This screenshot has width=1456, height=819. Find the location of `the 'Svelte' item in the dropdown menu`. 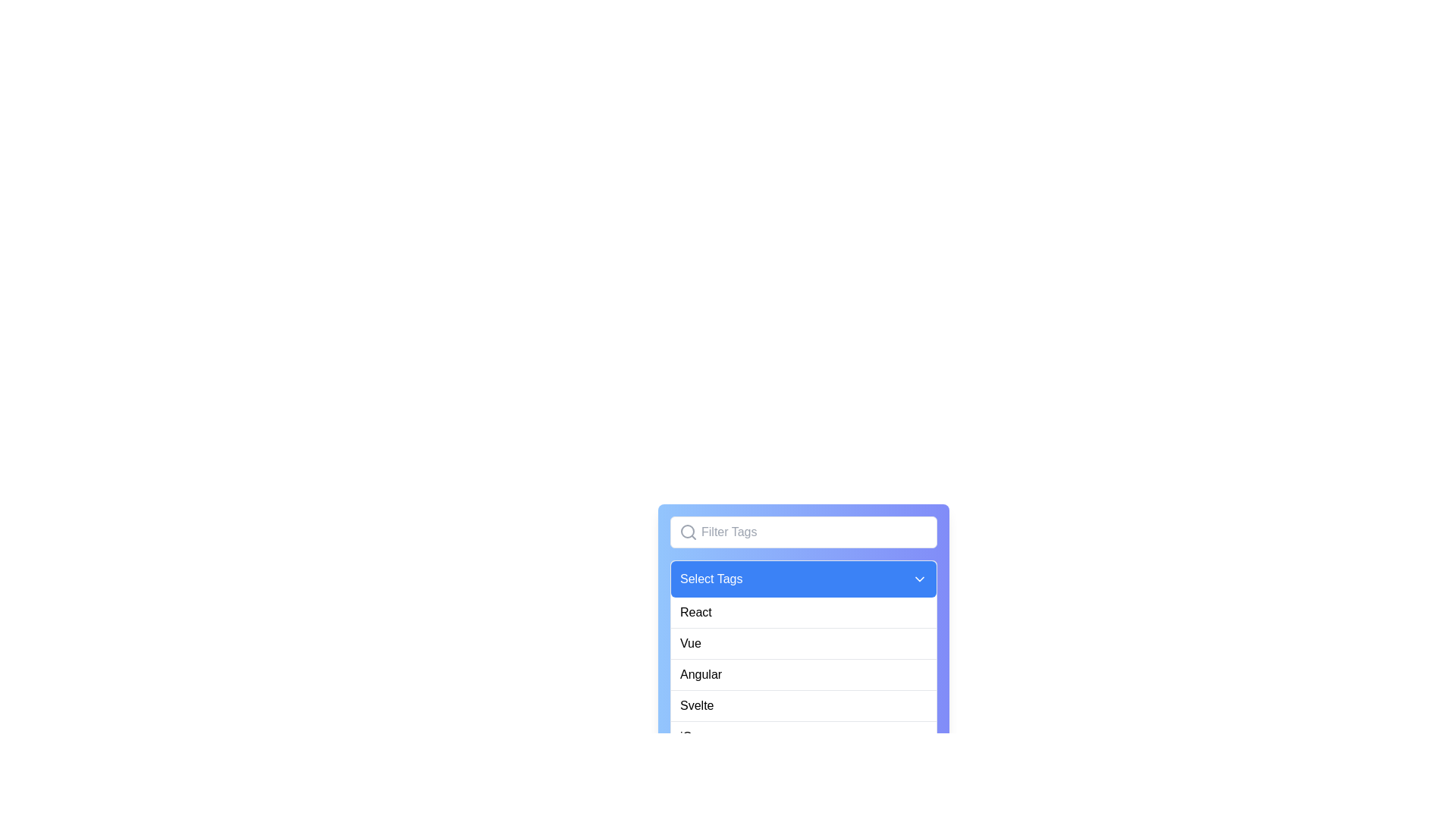

the 'Svelte' item in the dropdown menu is located at coordinates (803, 690).